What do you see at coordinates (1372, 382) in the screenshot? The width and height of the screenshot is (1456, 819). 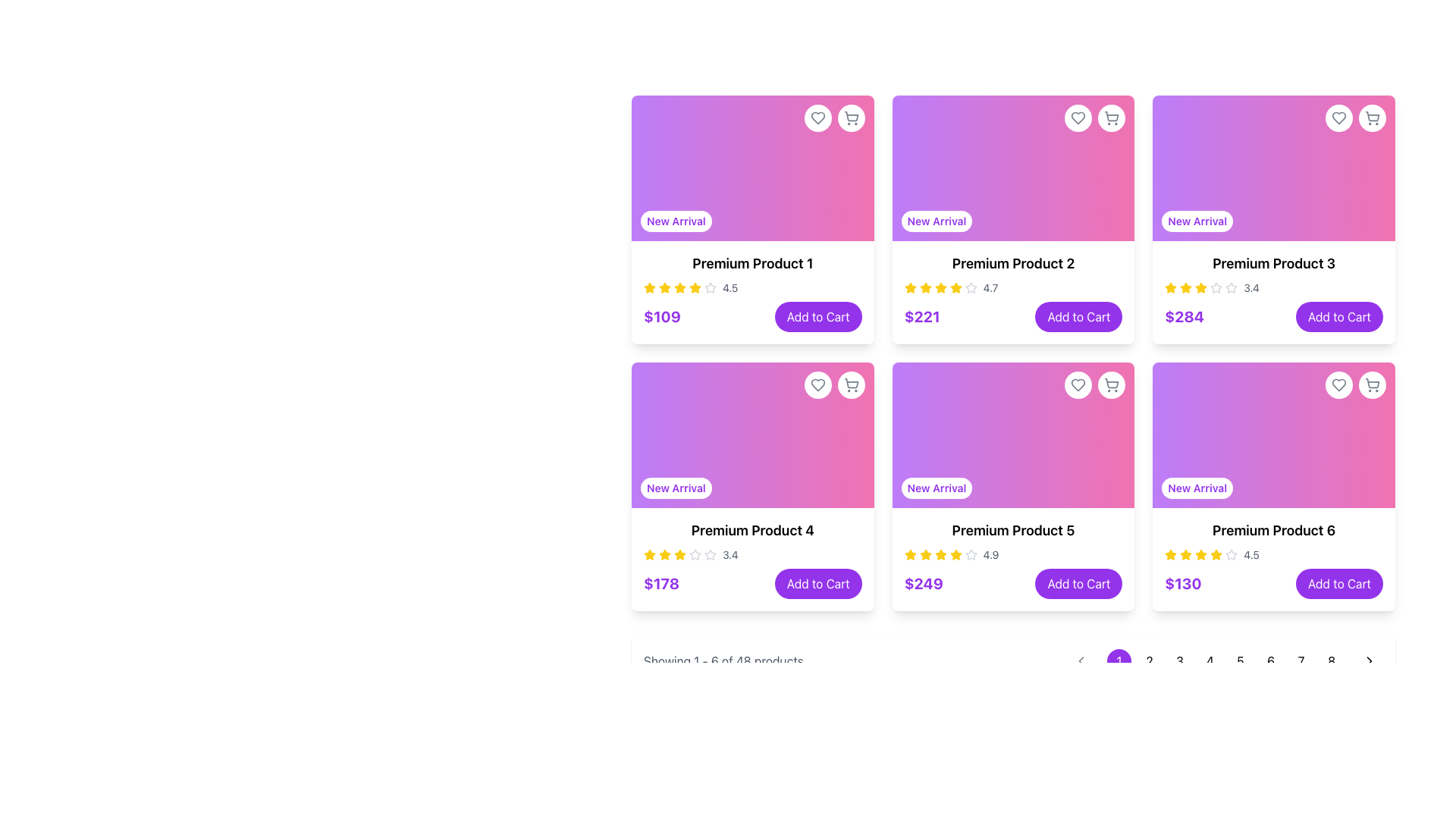 I see `the icon-based button located in the top-right corner of the 'Premium Product 6' card` at bounding box center [1372, 382].